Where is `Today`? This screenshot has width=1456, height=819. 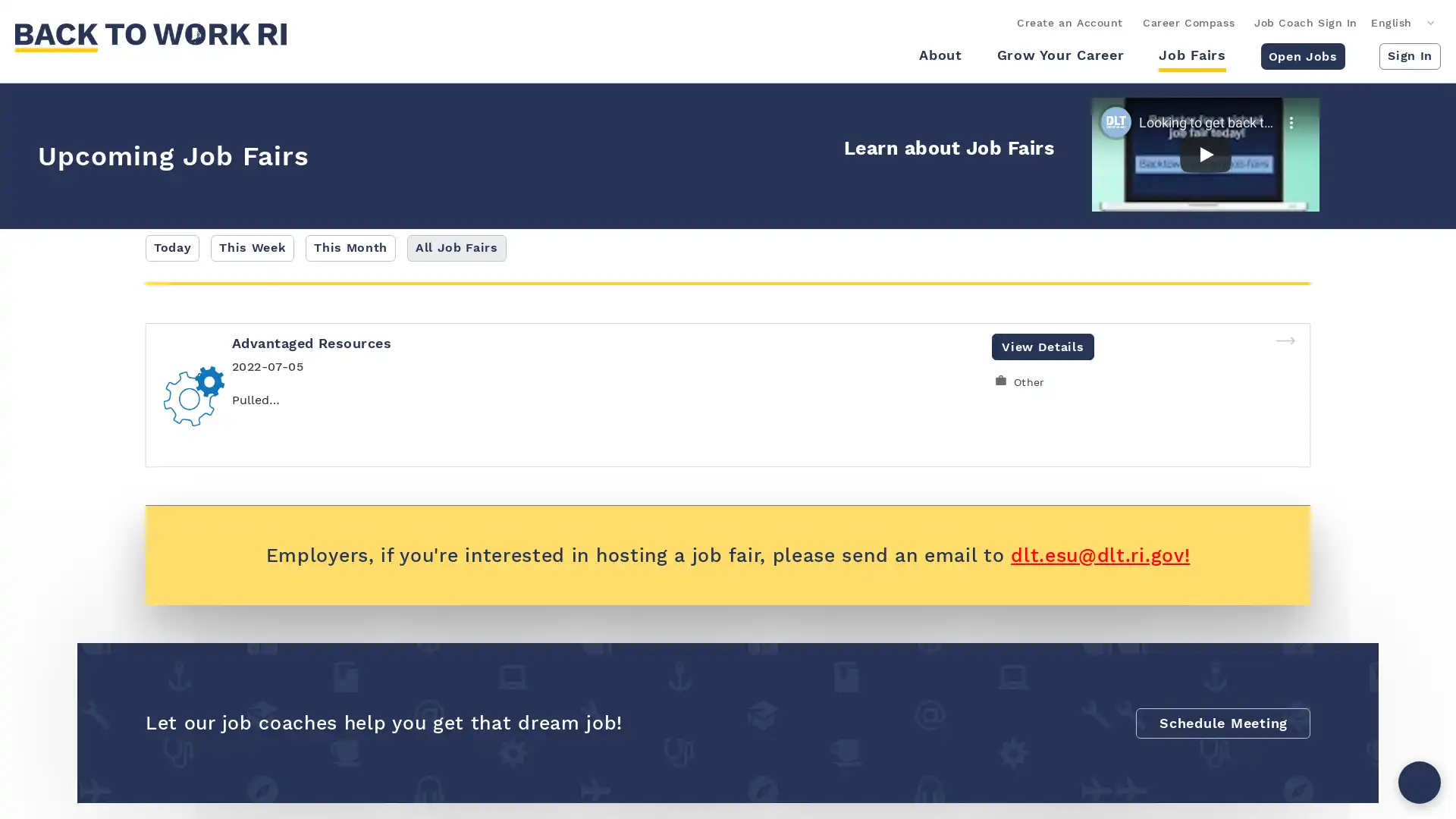 Today is located at coordinates (172, 247).